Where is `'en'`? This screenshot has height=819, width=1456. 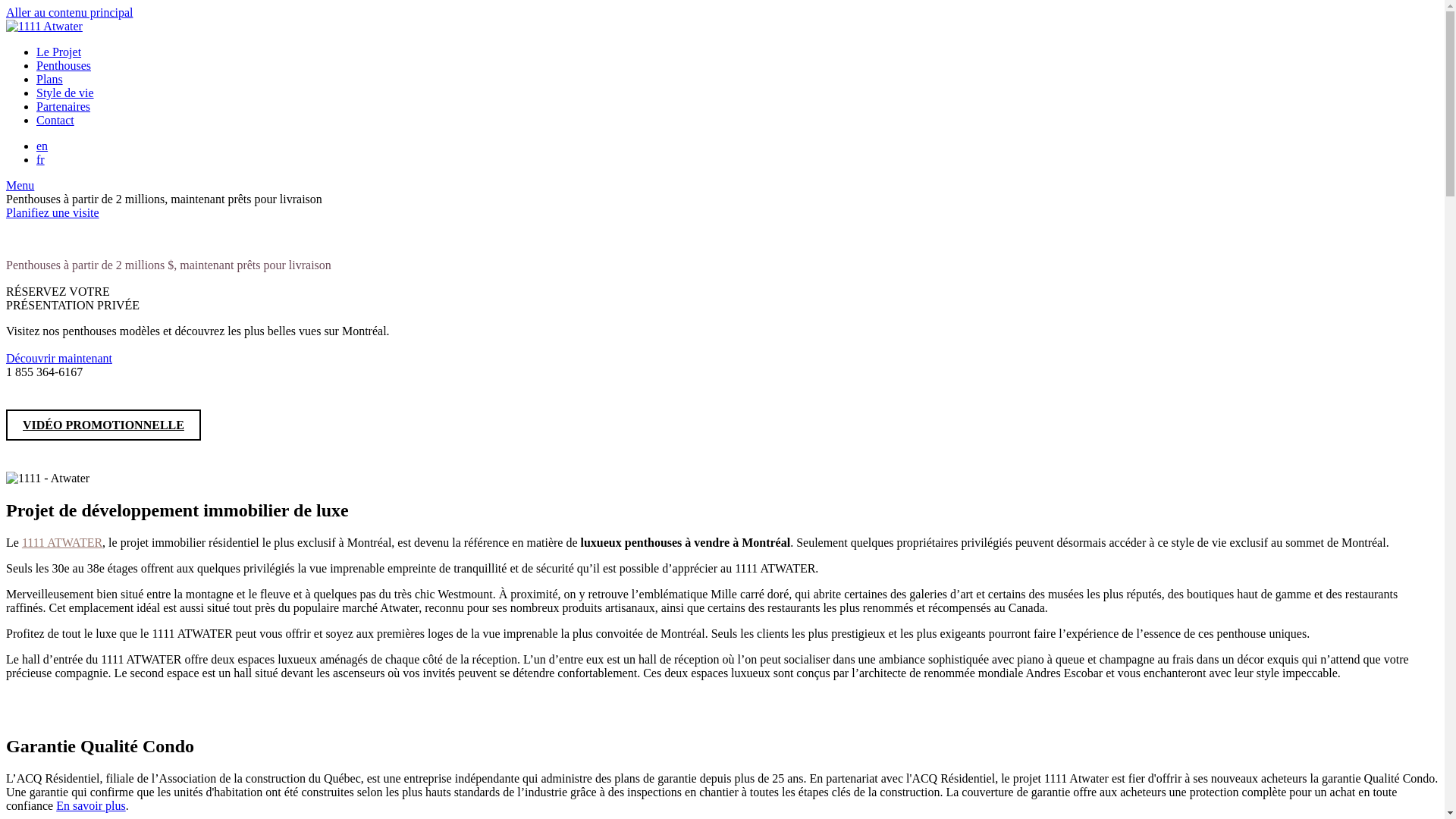 'en' is located at coordinates (42, 146).